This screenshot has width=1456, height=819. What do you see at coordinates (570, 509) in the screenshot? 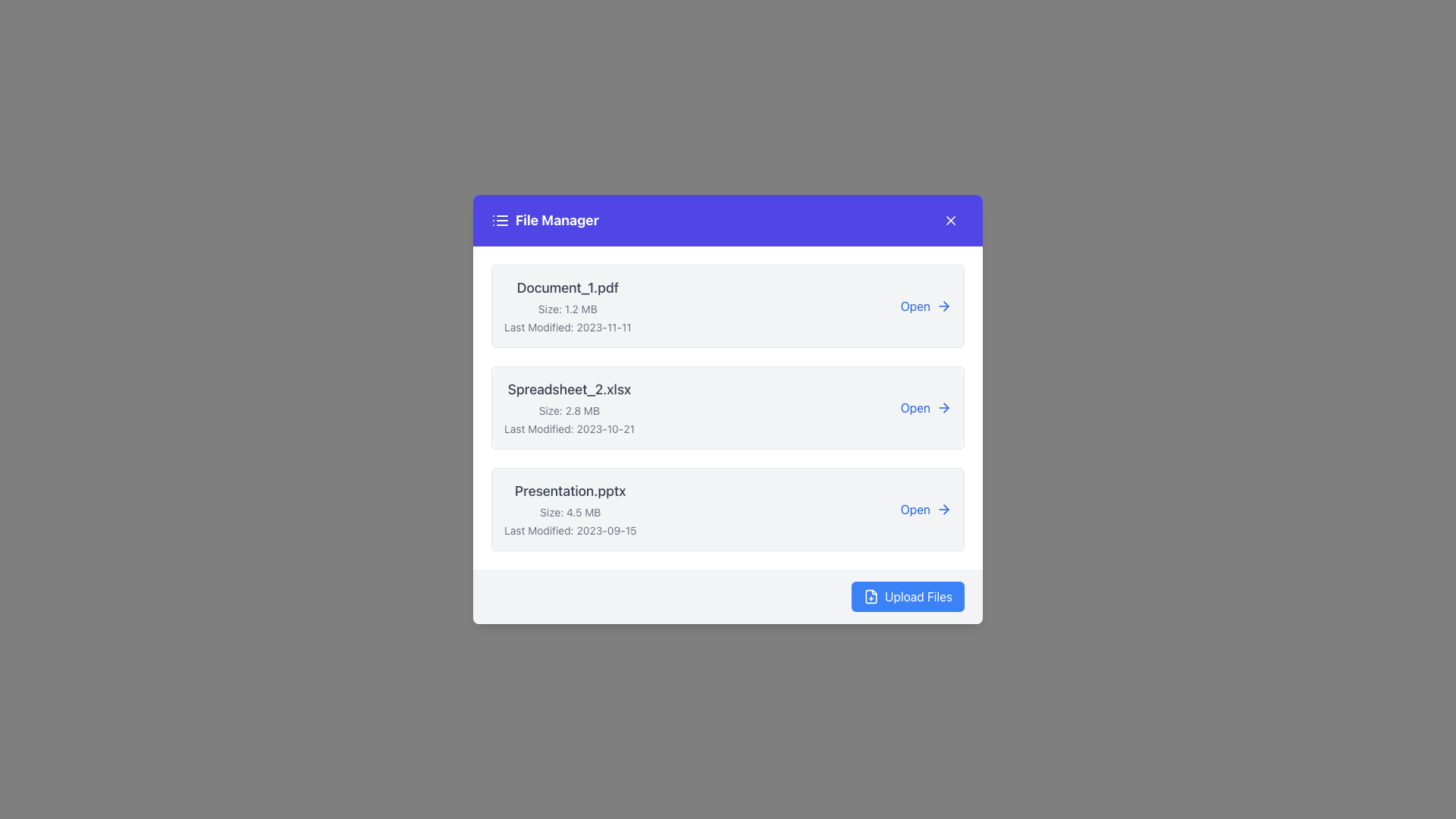
I see `file details displayed for 'Presentation.pptx', which includes its size and last modified date, located in the third row of the file manager interface` at bounding box center [570, 509].